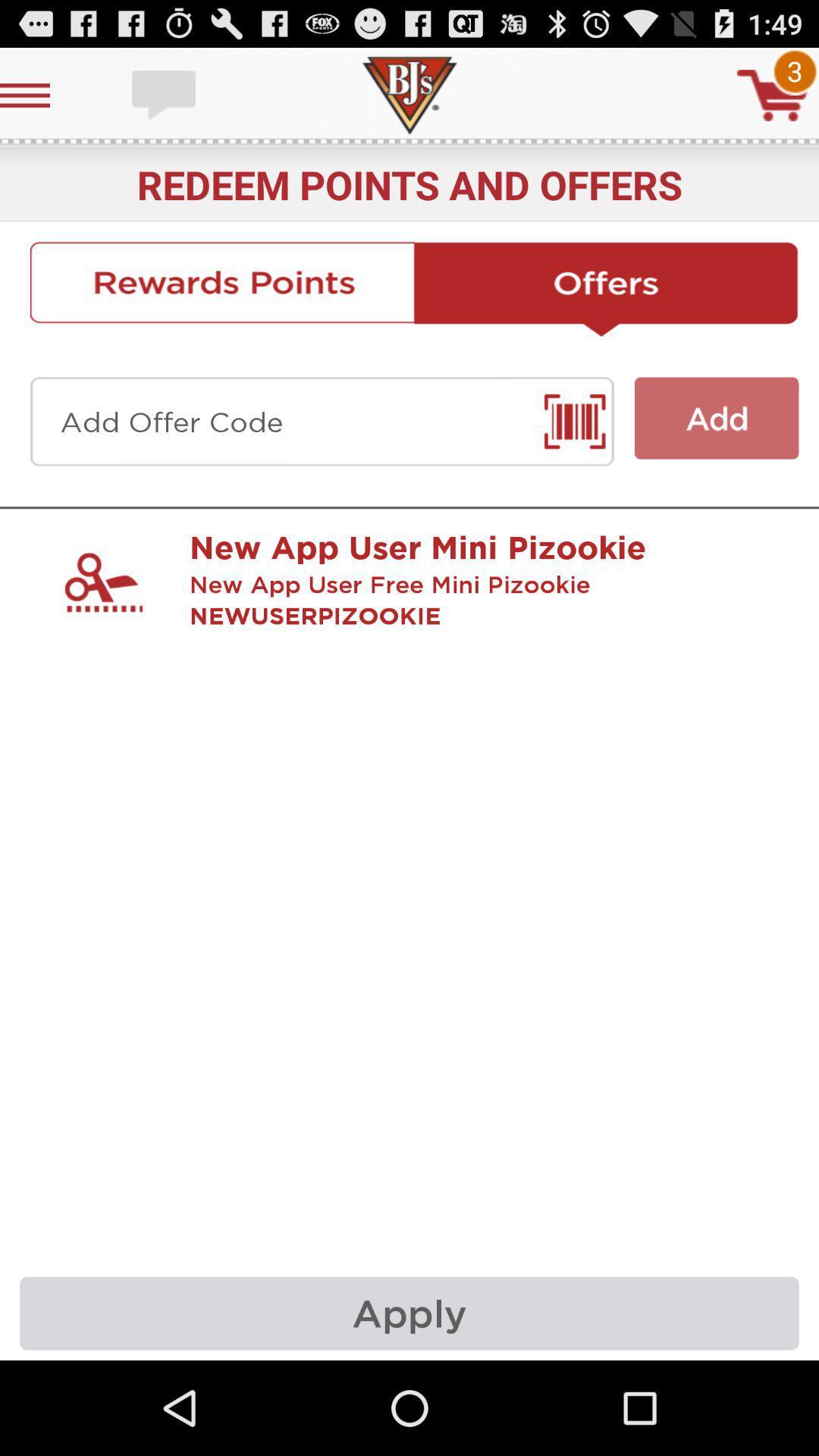 The width and height of the screenshot is (819, 1456). I want to click on comment icon, so click(165, 94).